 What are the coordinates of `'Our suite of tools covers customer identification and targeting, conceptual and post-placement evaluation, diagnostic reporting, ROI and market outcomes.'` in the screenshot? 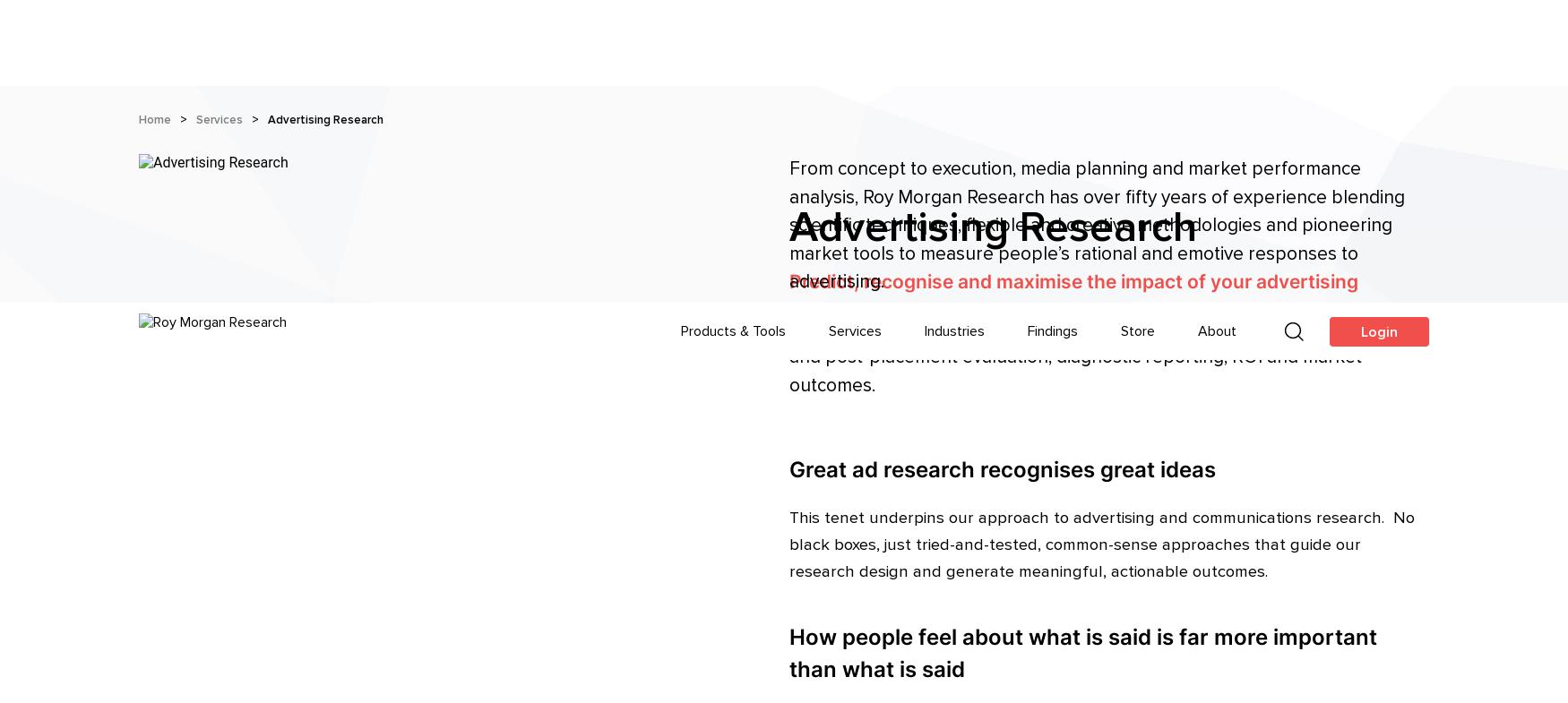 It's located at (1097, 52).